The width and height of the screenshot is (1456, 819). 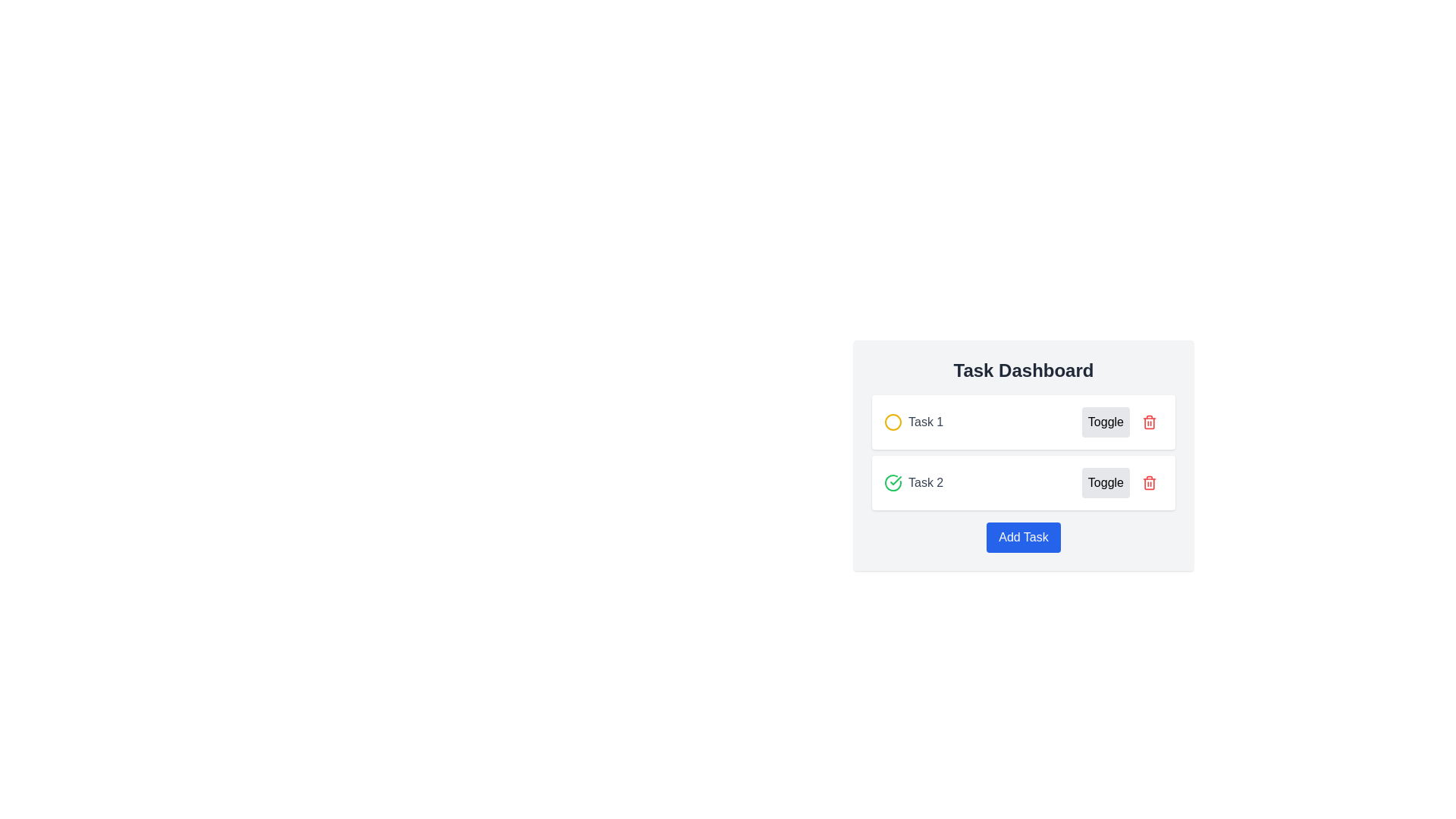 What do you see at coordinates (1106, 482) in the screenshot?
I see `the 'Toggle' button, which is a rectangular button with a light gray background and rounded edges located in the second row of the 'Task Dashboard'` at bounding box center [1106, 482].